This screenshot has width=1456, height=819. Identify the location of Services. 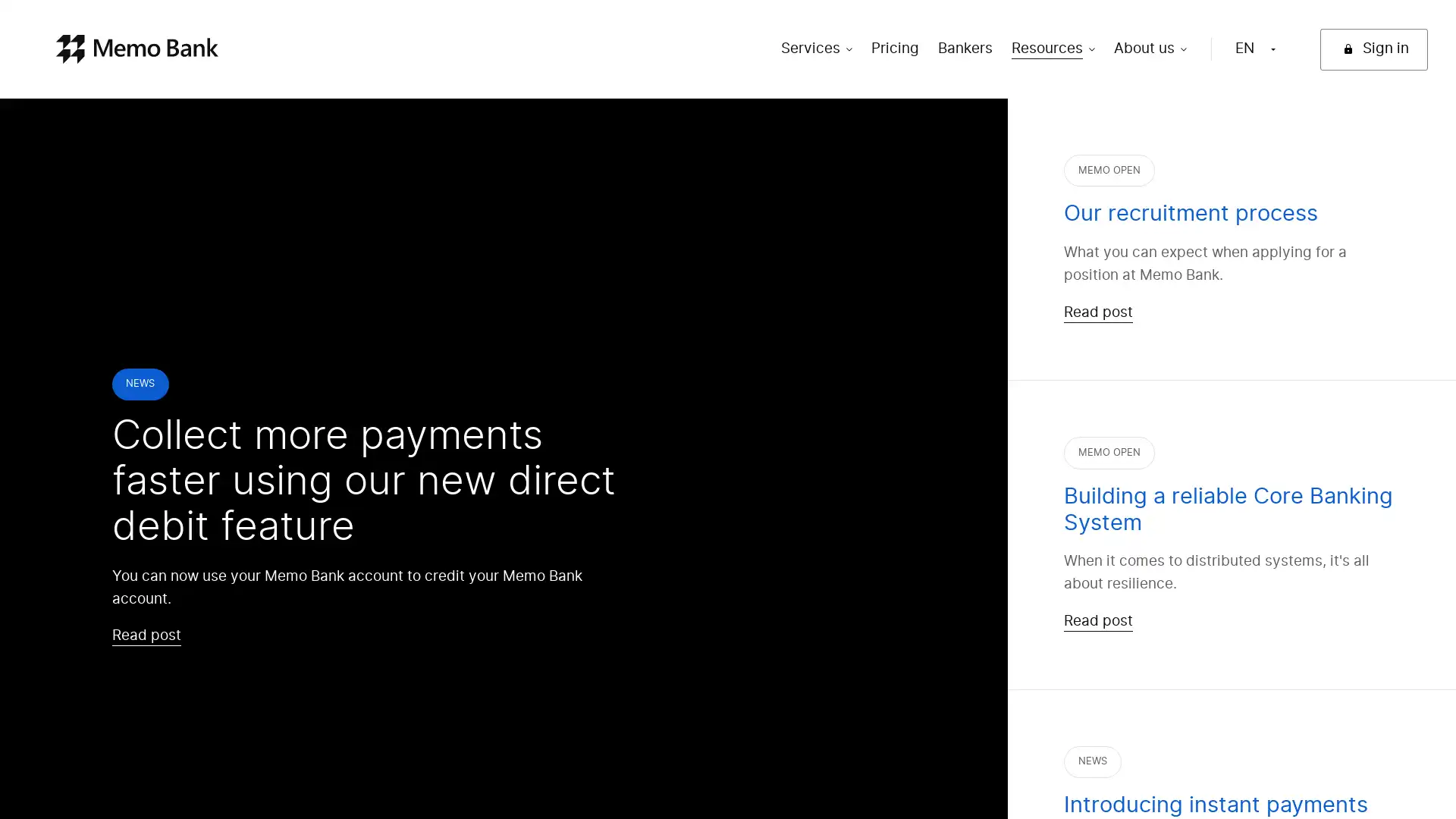
(815, 49).